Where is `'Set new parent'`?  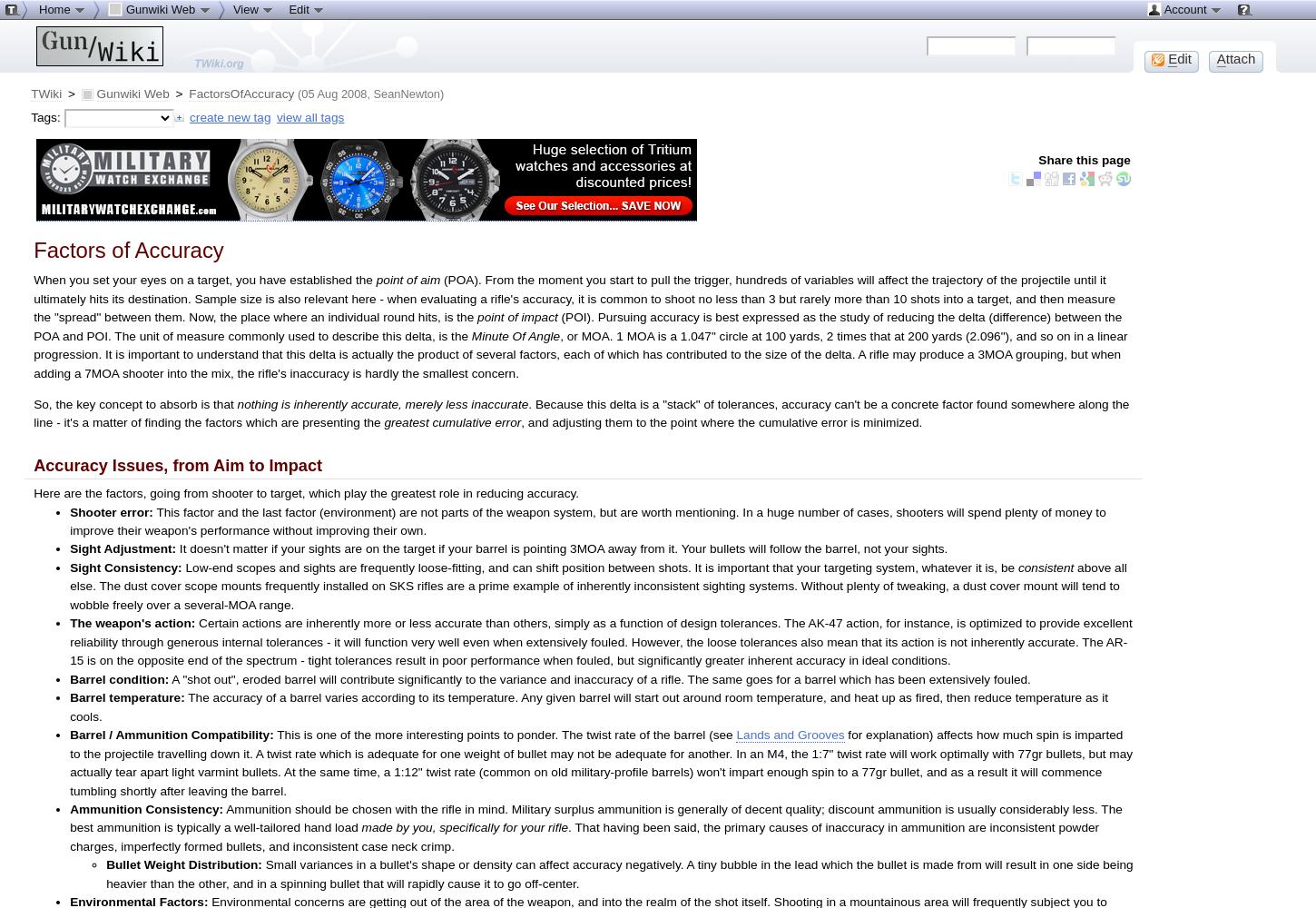
'Set new parent' is located at coordinates (328, 85).